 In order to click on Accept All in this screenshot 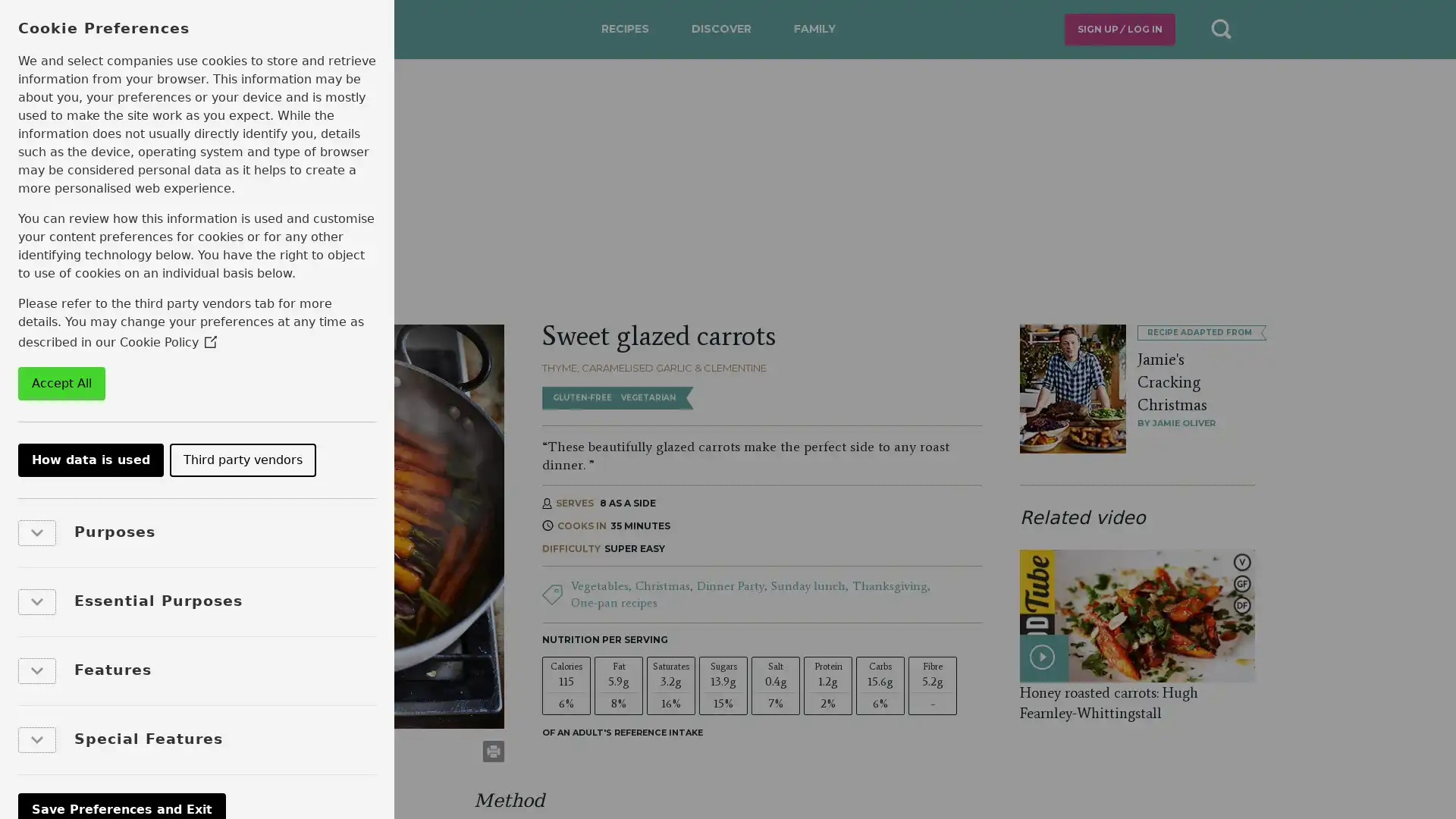, I will do `click(61, 382)`.